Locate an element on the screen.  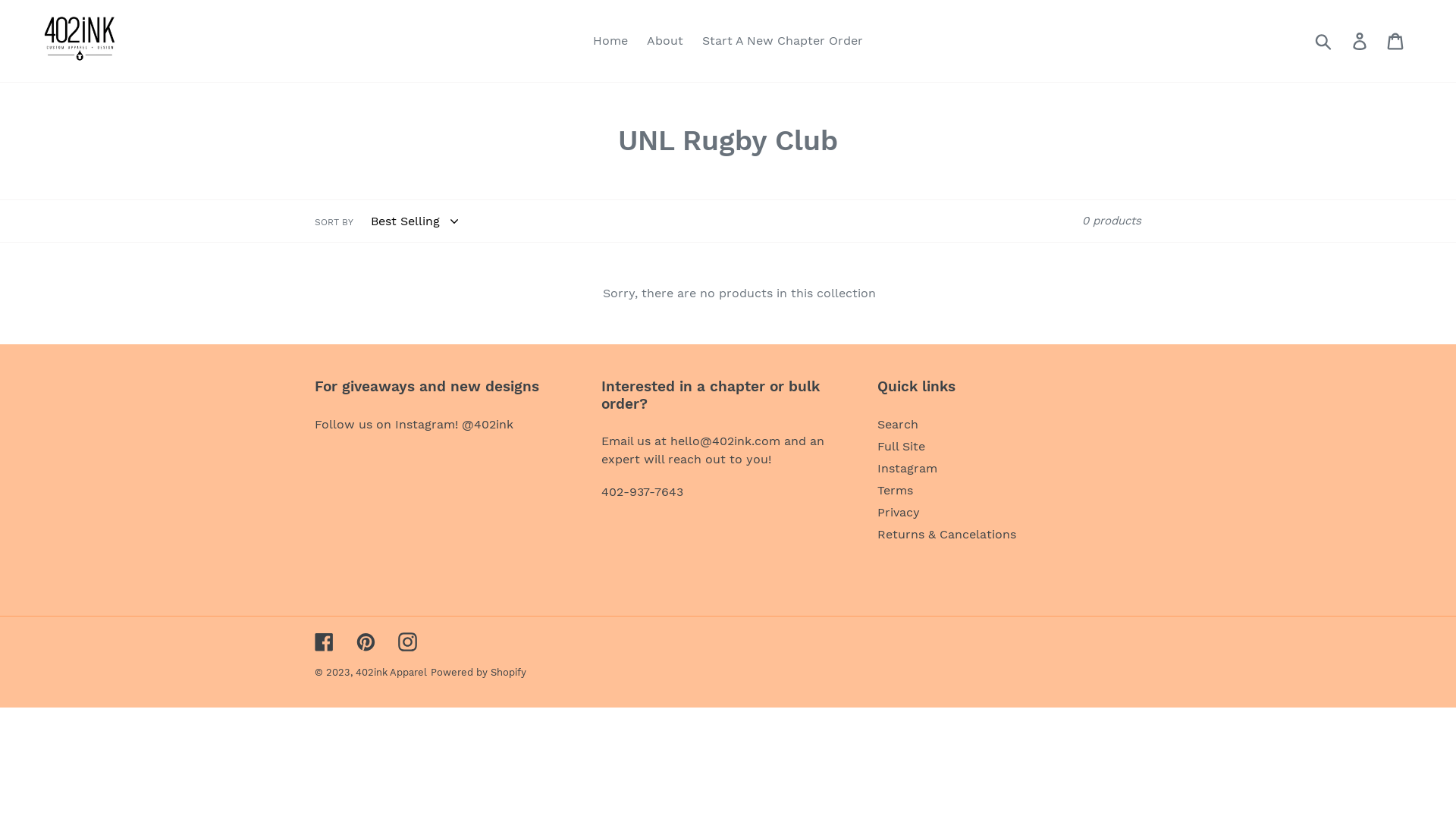
'Returns & Cancelations' is located at coordinates (946, 533).